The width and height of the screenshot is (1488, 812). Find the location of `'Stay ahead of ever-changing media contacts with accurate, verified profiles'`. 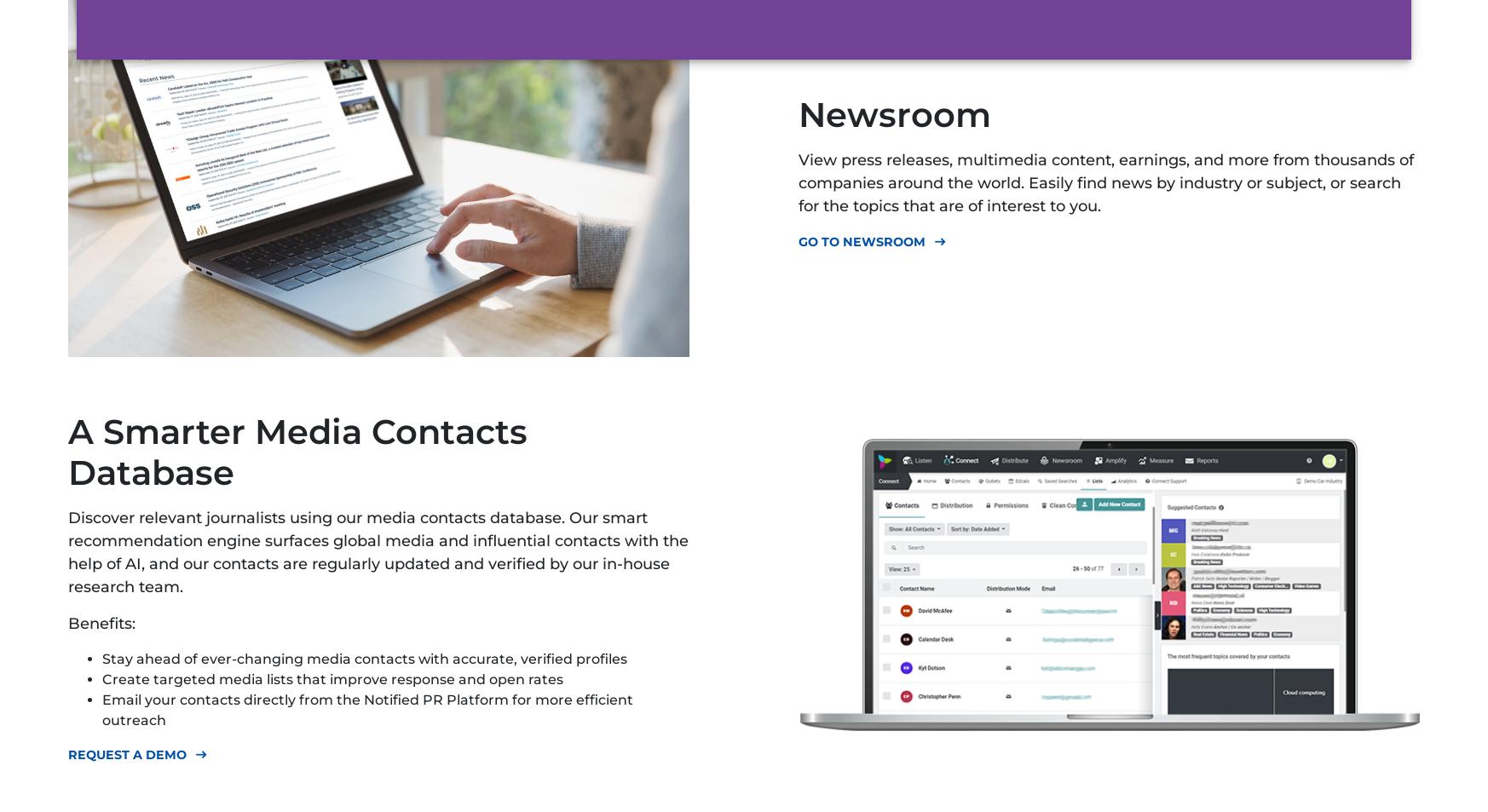

'Stay ahead of ever-changing media contacts with accurate, verified profiles' is located at coordinates (363, 658).